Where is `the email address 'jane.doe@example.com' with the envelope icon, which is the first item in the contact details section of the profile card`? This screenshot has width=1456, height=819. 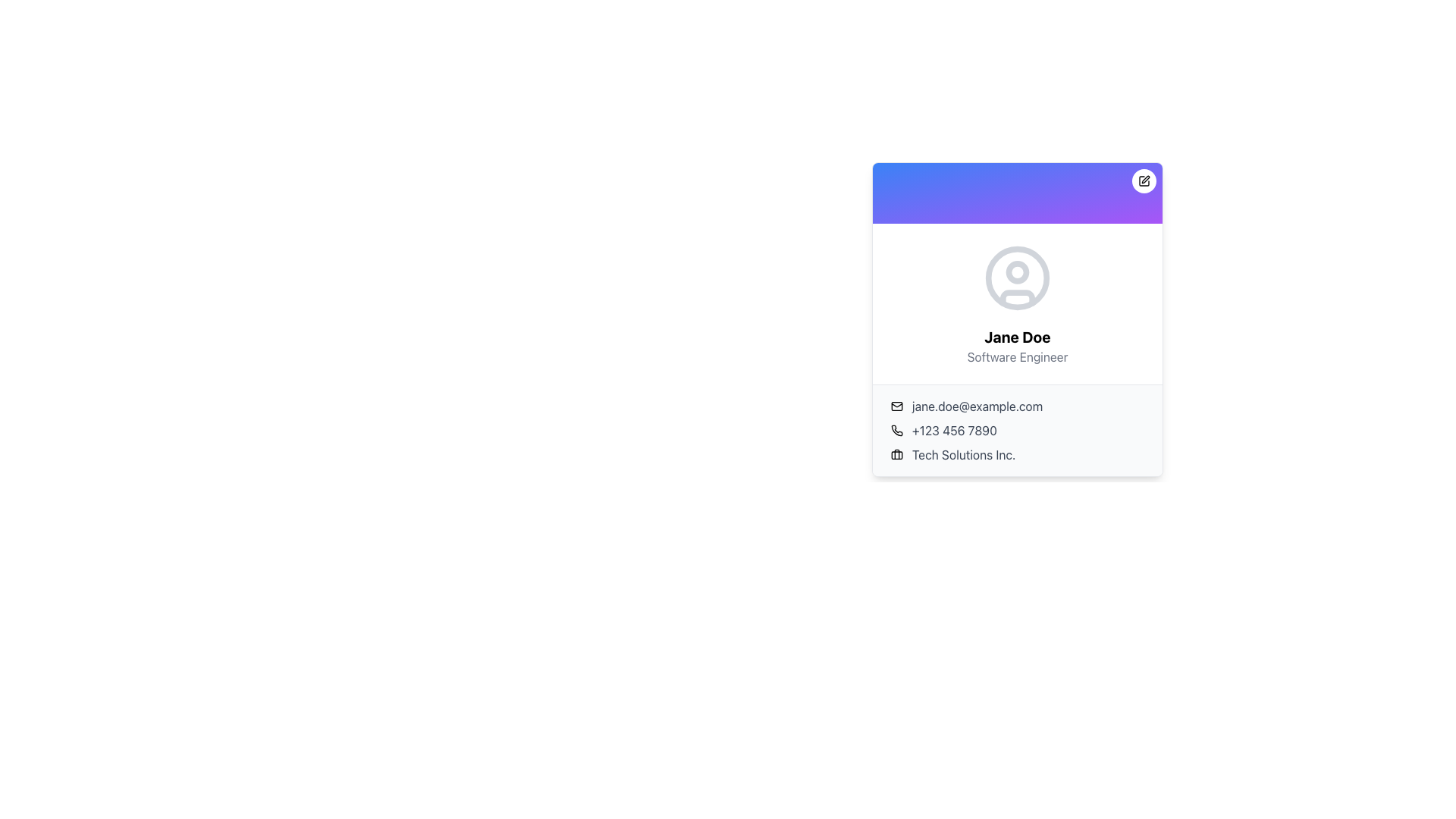
the email address 'jane.doe@example.com' with the envelope icon, which is the first item in the contact details section of the profile card is located at coordinates (1018, 406).